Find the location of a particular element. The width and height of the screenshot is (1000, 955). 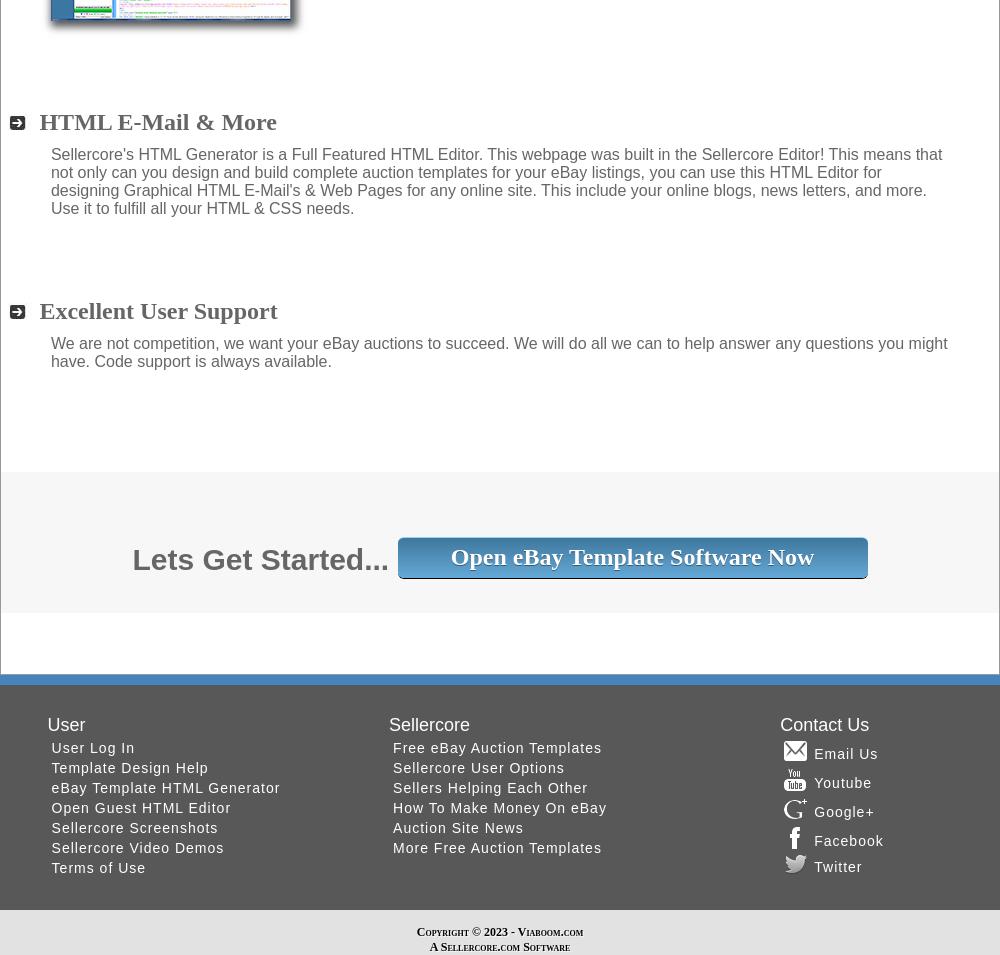

'Sellercore' is located at coordinates (389, 722).